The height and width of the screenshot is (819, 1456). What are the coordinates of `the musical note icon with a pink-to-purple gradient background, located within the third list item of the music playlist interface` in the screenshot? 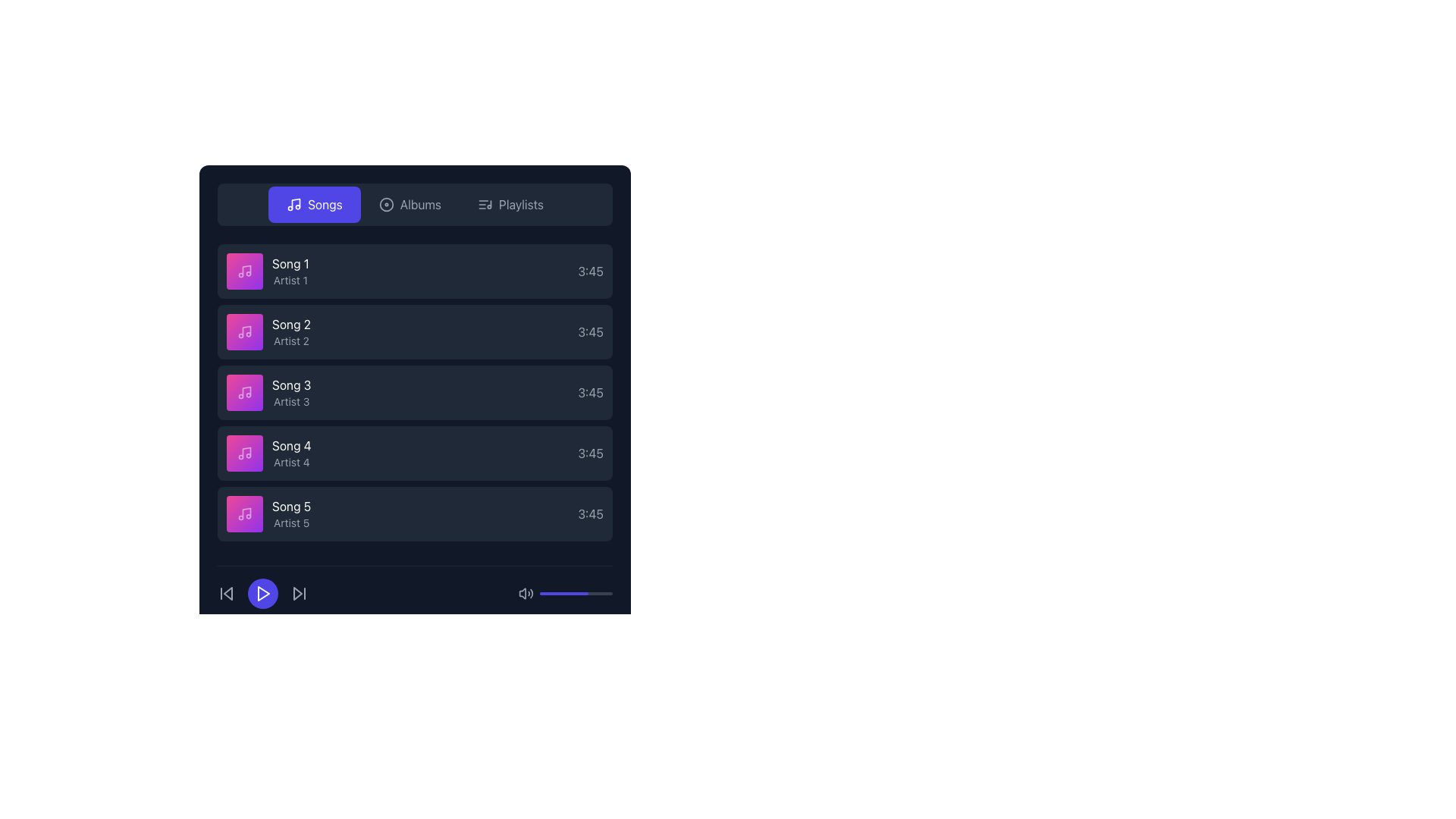 It's located at (244, 391).